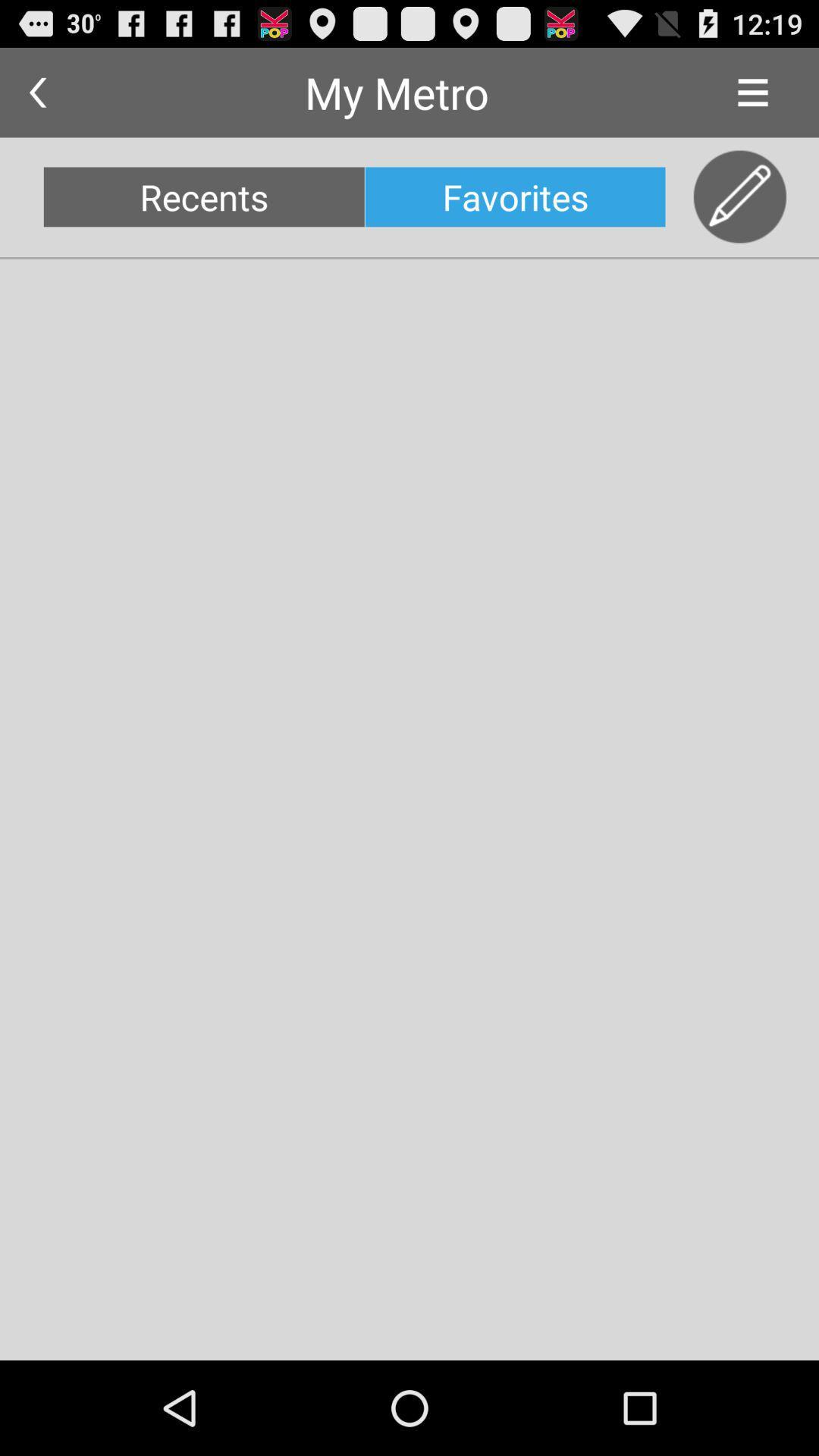 The image size is (819, 1456). Describe the element at coordinates (752, 92) in the screenshot. I see `item to the right of the my metro app` at that location.